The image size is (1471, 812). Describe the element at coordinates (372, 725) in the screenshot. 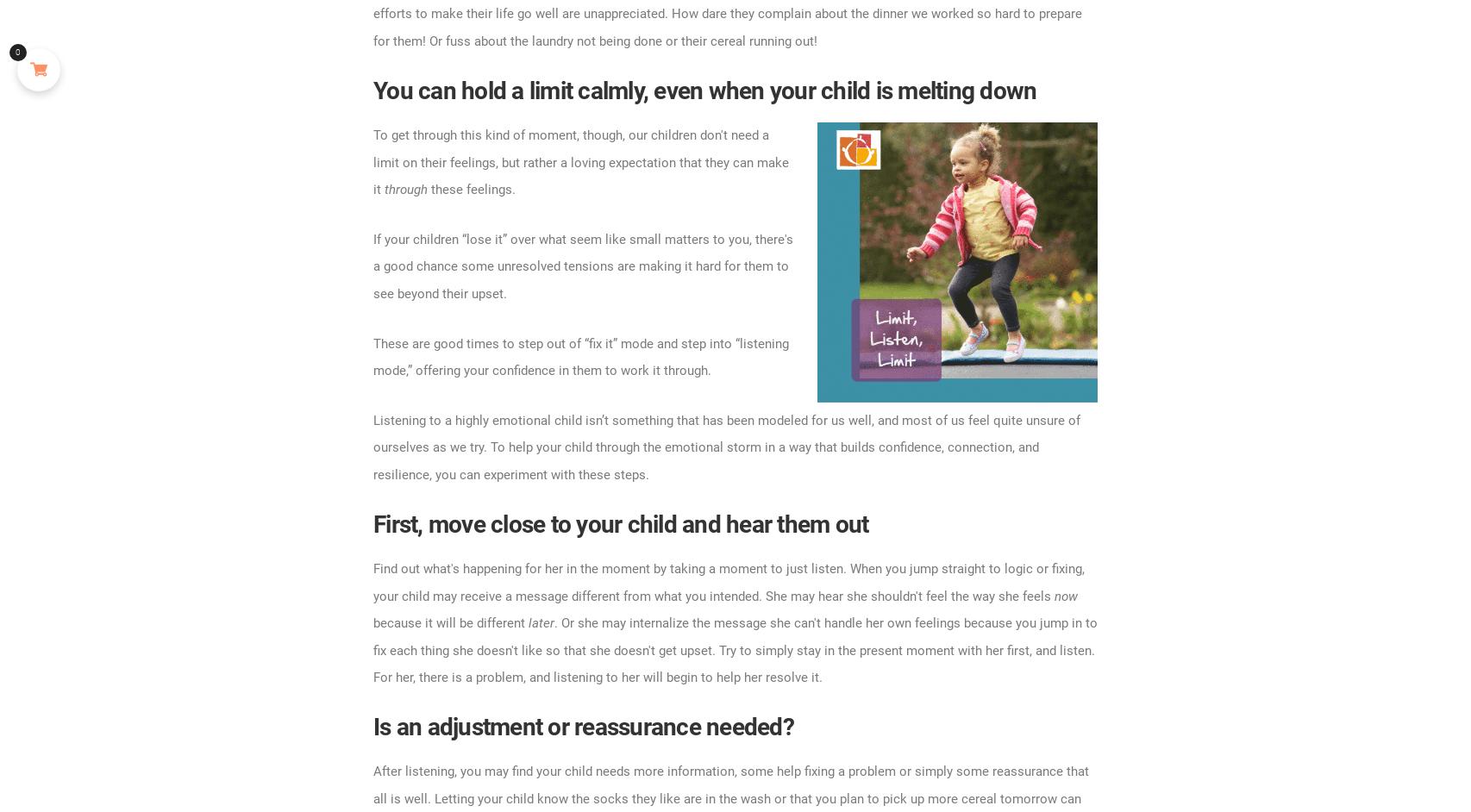

I see `'Is an adjustment or reassurance needed?'` at that location.